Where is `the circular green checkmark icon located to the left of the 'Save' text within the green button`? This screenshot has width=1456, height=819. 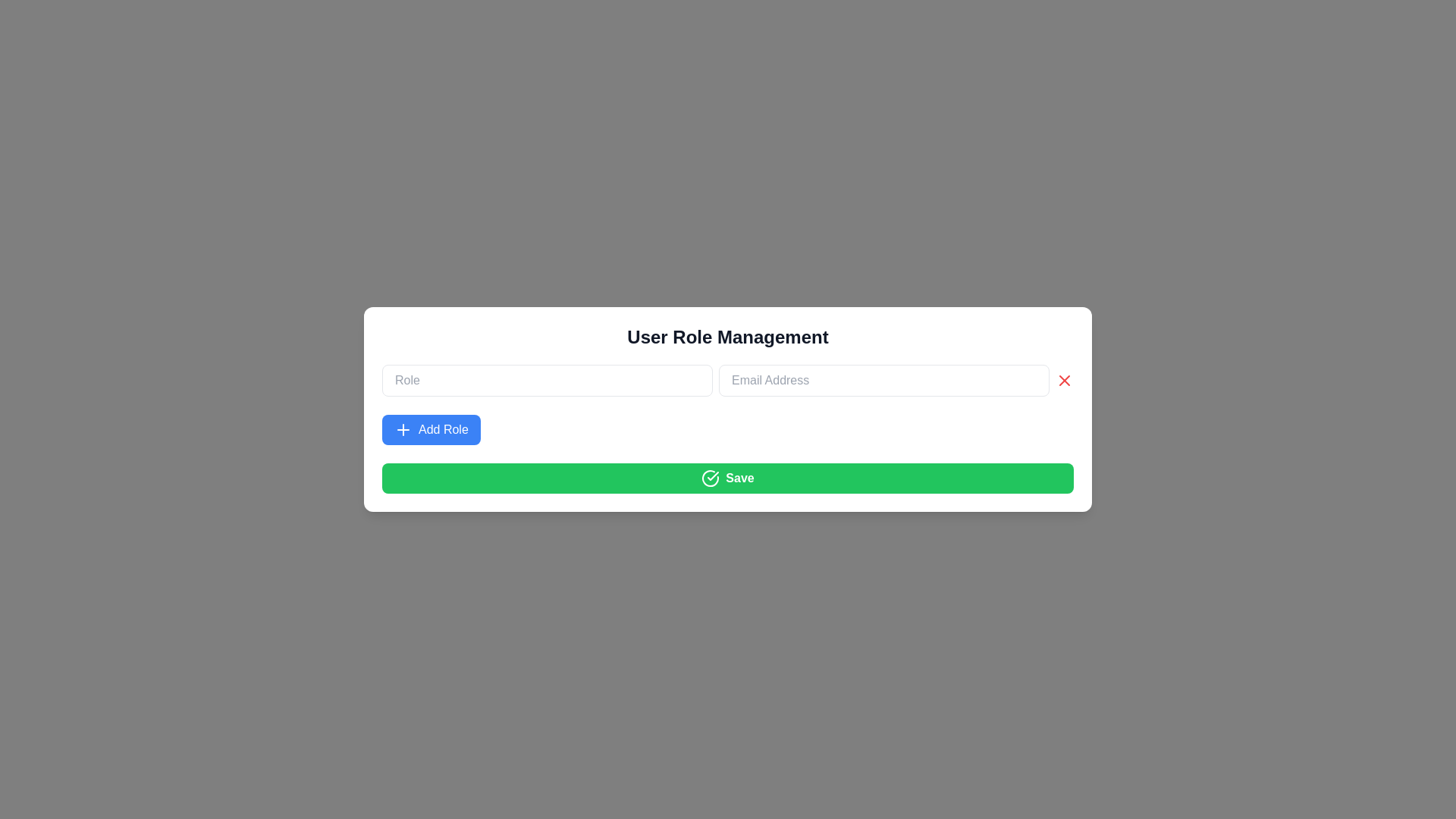 the circular green checkmark icon located to the left of the 'Save' text within the green button is located at coordinates (710, 479).